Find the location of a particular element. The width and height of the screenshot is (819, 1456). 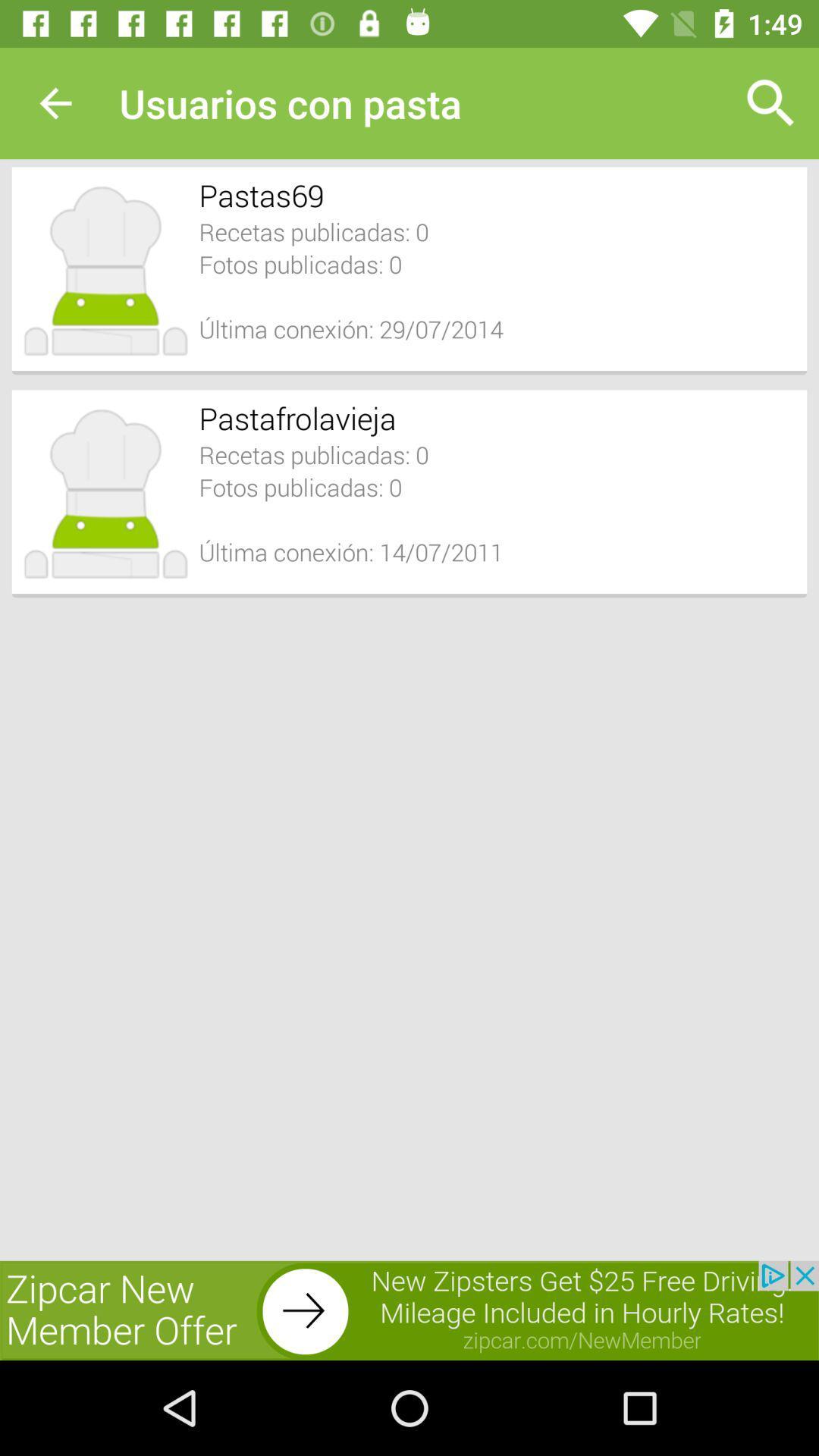

advertisement is located at coordinates (409, 1310).